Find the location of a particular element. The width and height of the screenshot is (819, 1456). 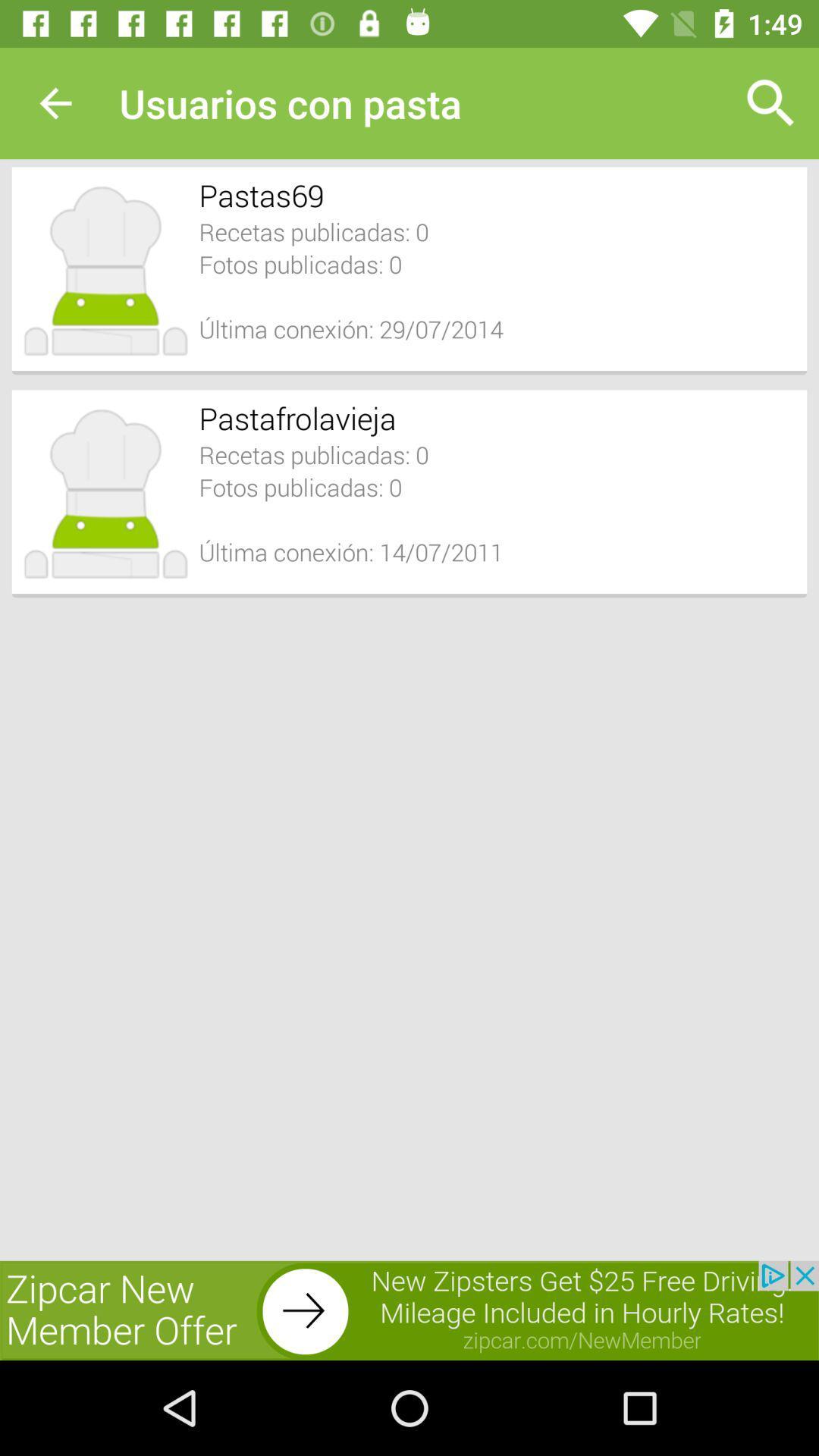

advertisement is located at coordinates (409, 1310).